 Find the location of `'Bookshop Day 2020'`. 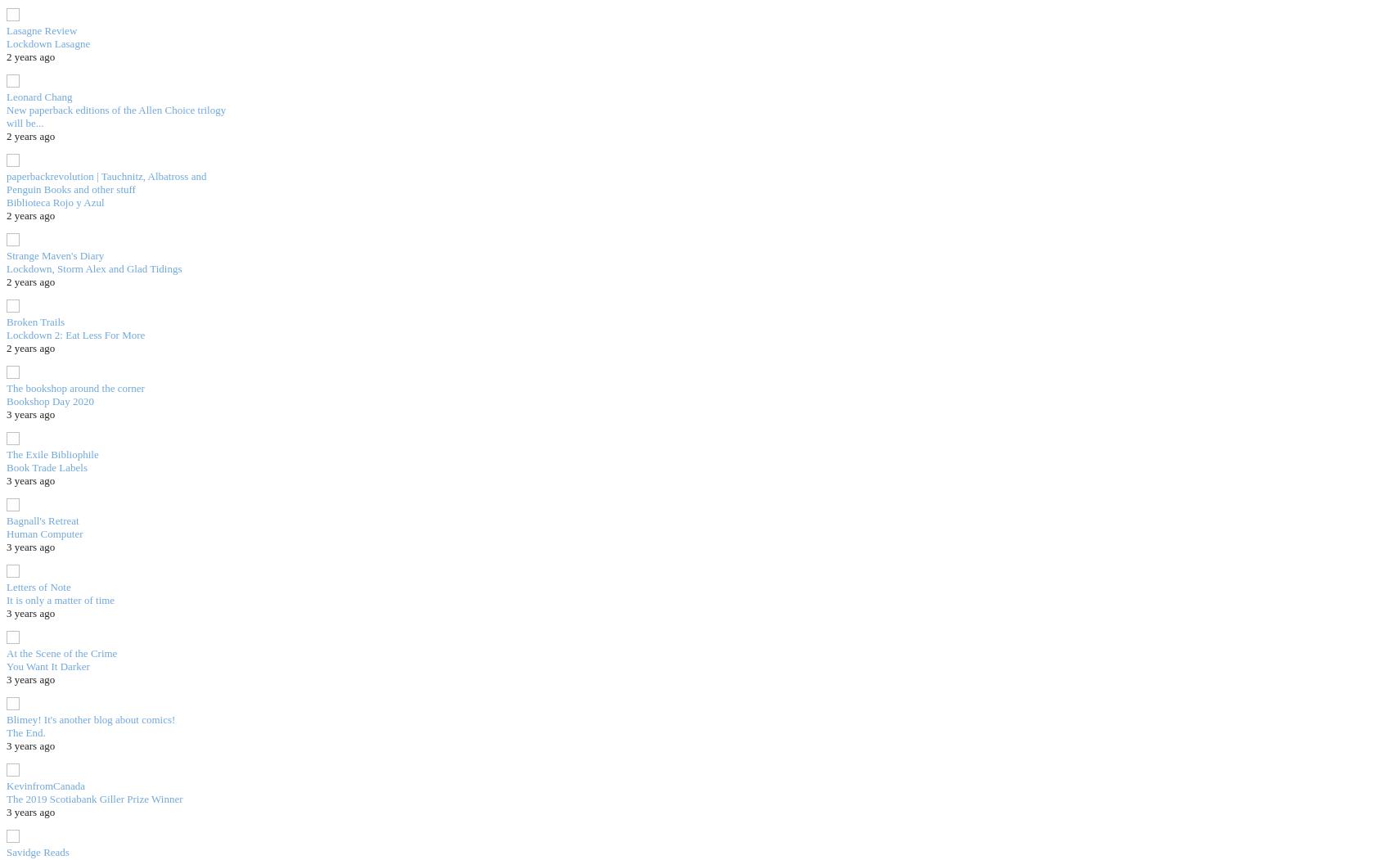

'Bookshop Day 2020' is located at coordinates (49, 400).